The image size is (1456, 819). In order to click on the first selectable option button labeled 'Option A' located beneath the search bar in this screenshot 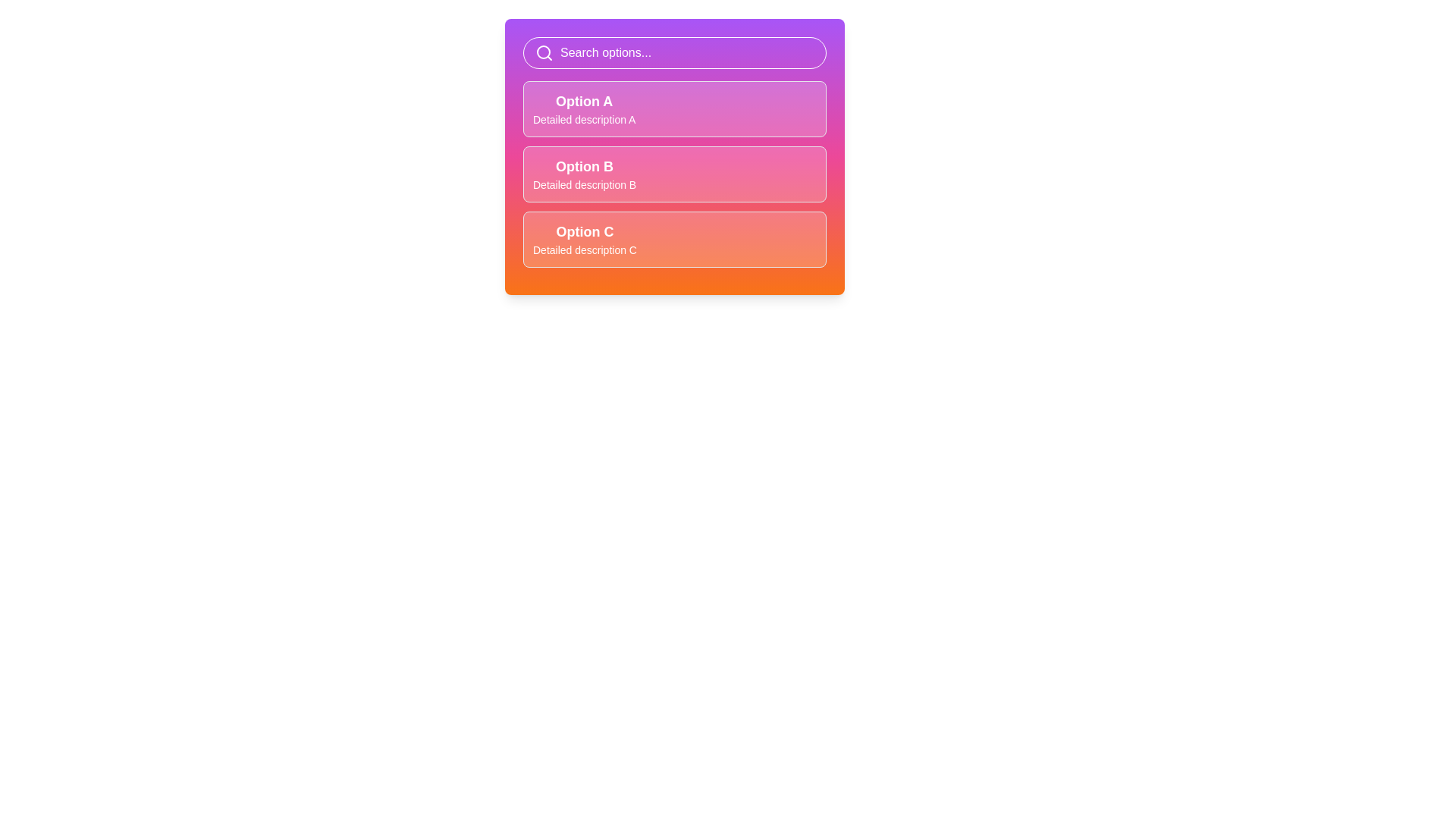, I will do `click(673, 108)`.